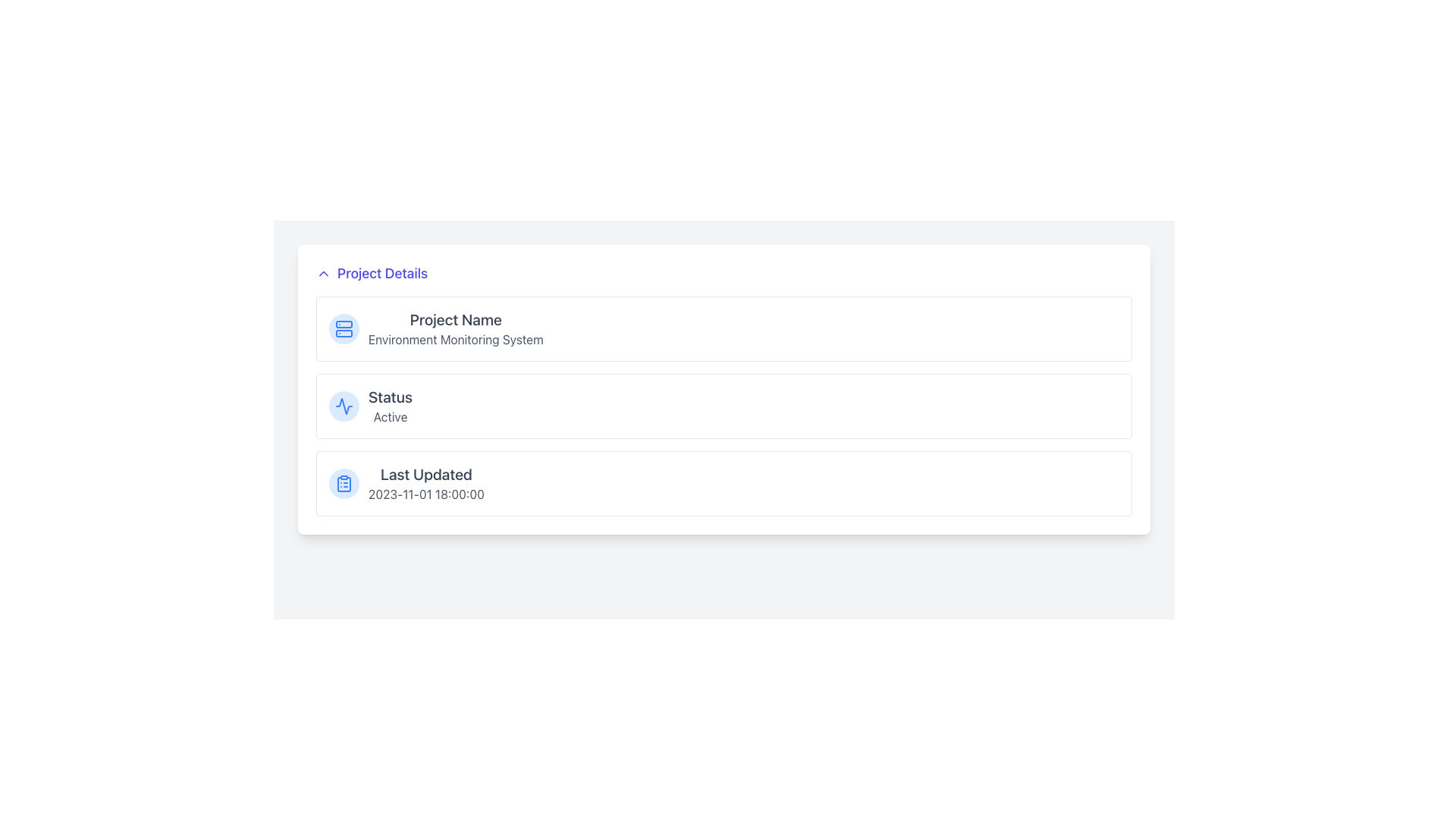 The width and height of the screenshot is (1456, 819). What do you see at coordinates (344, 406) in the screenshot?
I see `the status icon located to the left of the 'Status' and 'Active' texts, which visually represents the status functionality` at bounding box center [344, 406].